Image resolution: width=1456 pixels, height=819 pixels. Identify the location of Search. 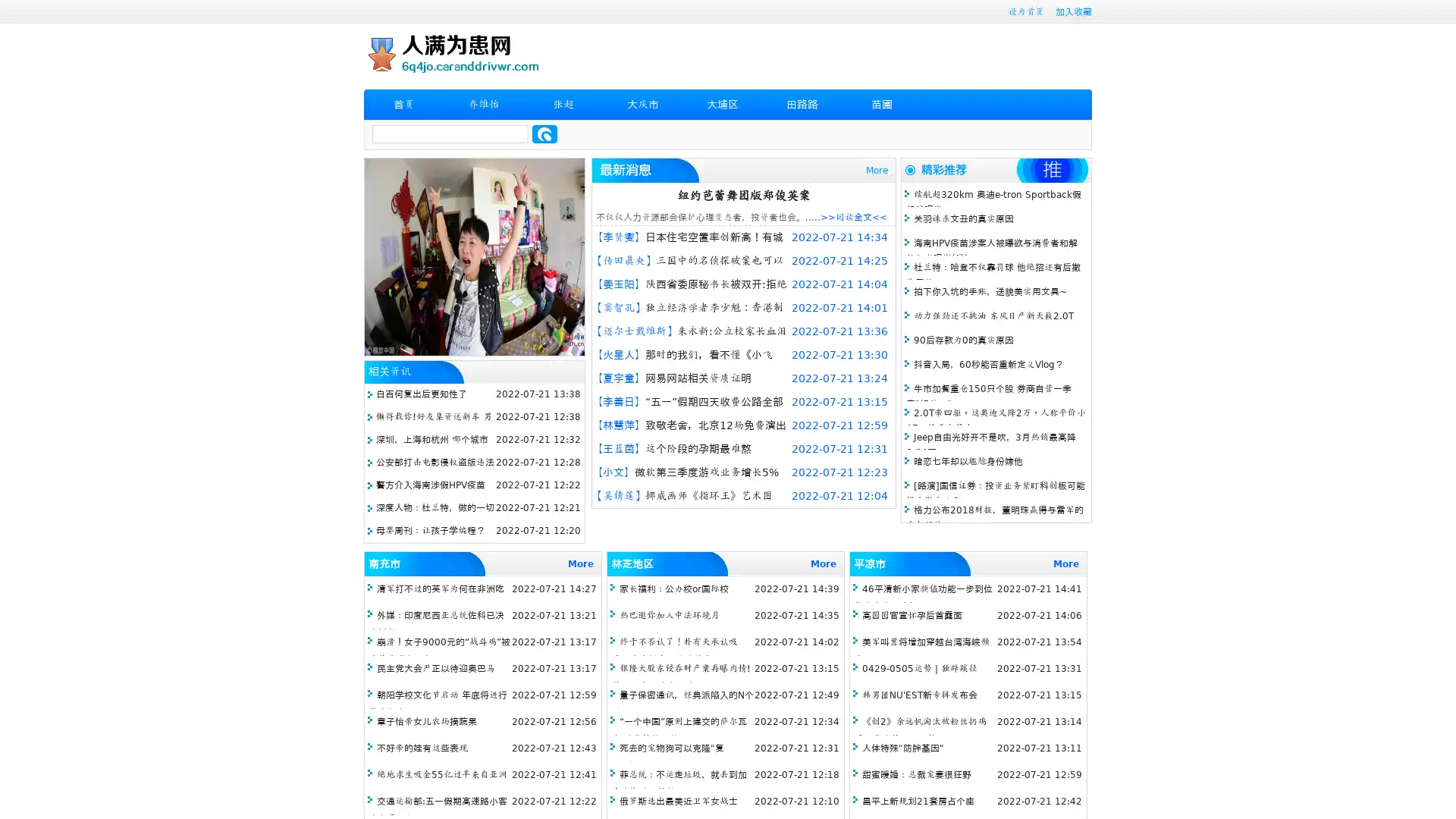
(544, 133).